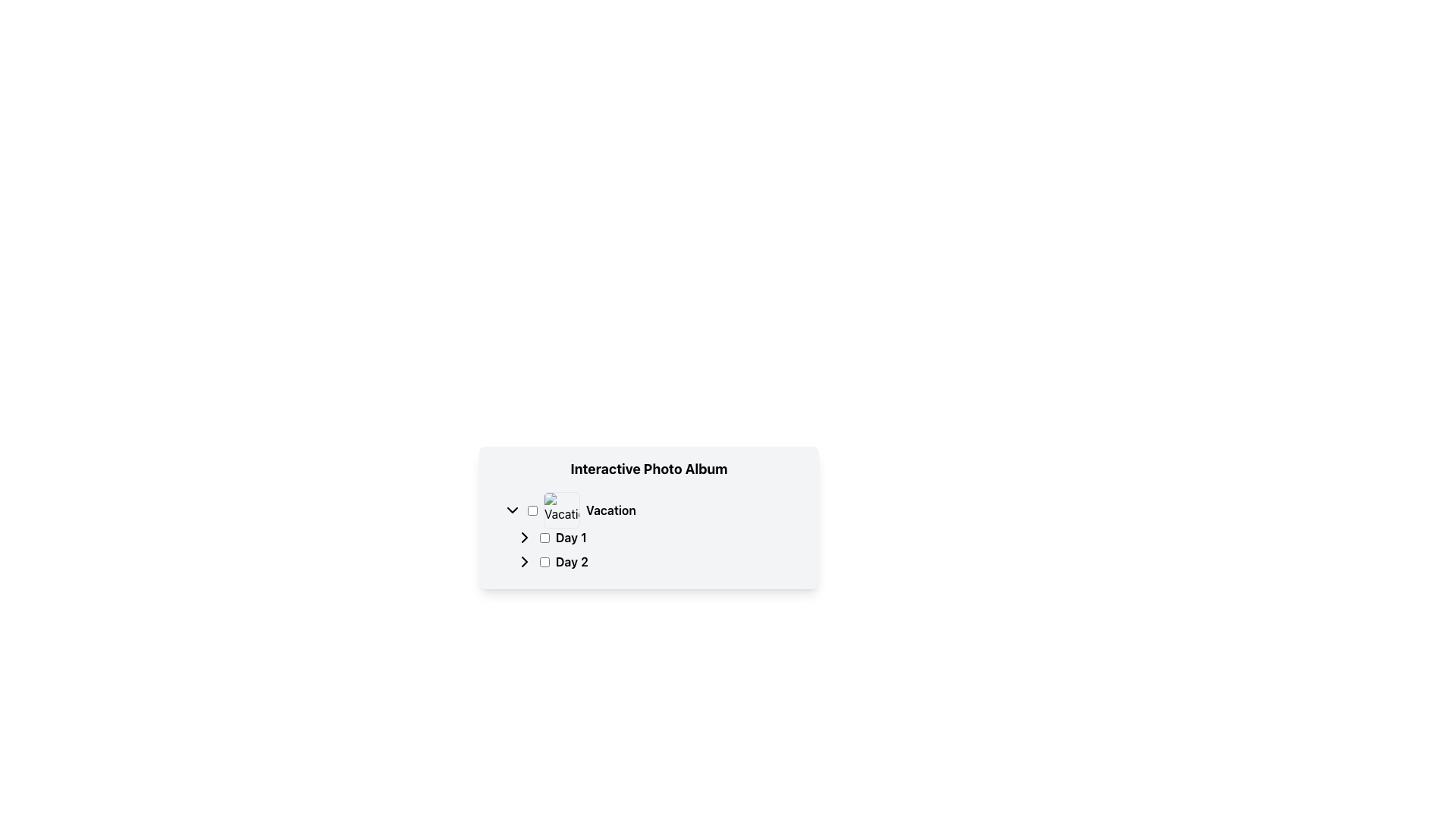  I want to click on the static text label 'Day 1', which indicates a subgroup under the 'Vacation' category in the hierarchical list of the 'Interactive Photo Album', so click(570, 537).